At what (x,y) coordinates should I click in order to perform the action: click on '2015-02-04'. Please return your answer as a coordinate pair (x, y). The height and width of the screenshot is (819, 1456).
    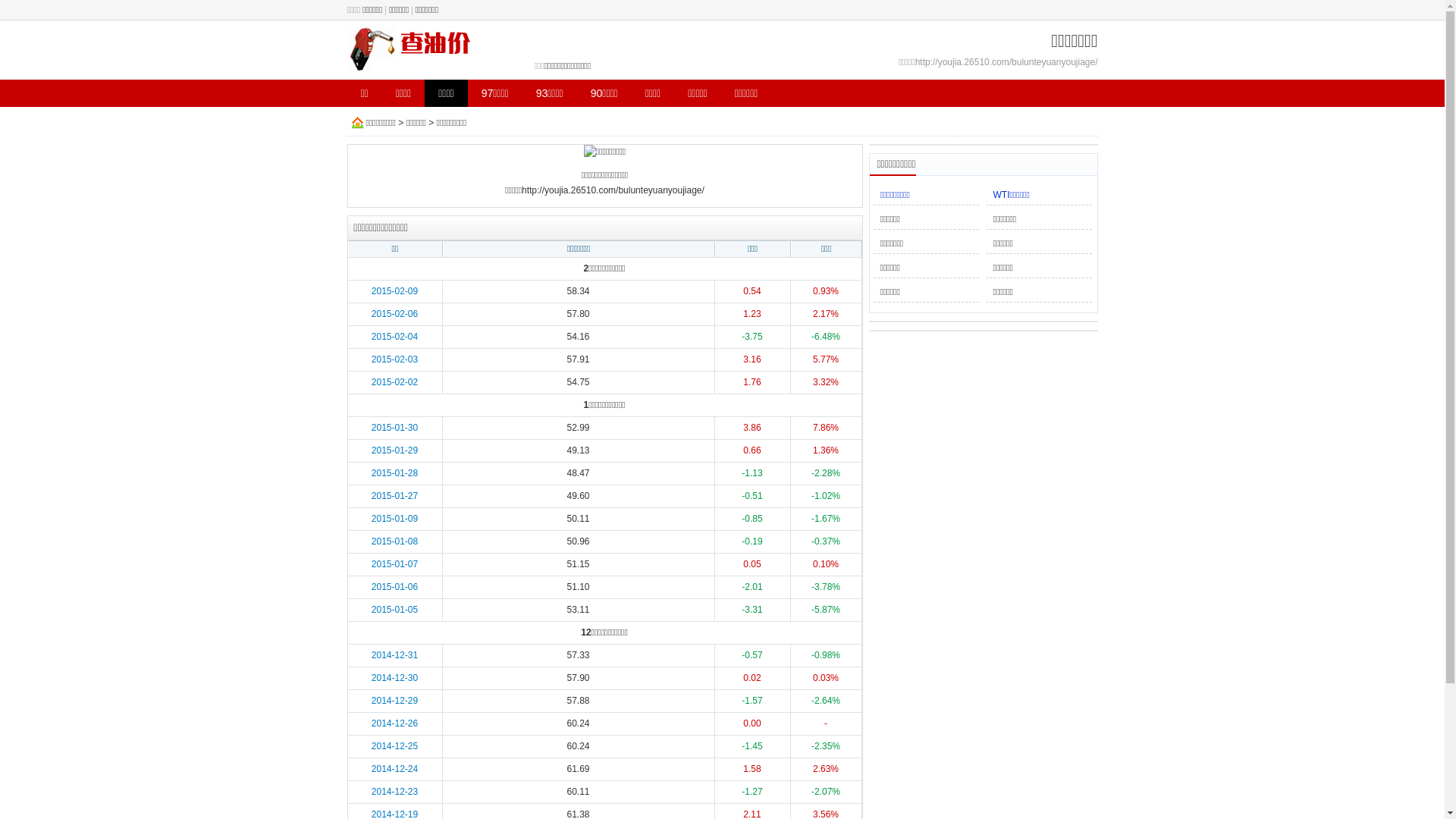
    Looking at the image, I should click on (394, 335).